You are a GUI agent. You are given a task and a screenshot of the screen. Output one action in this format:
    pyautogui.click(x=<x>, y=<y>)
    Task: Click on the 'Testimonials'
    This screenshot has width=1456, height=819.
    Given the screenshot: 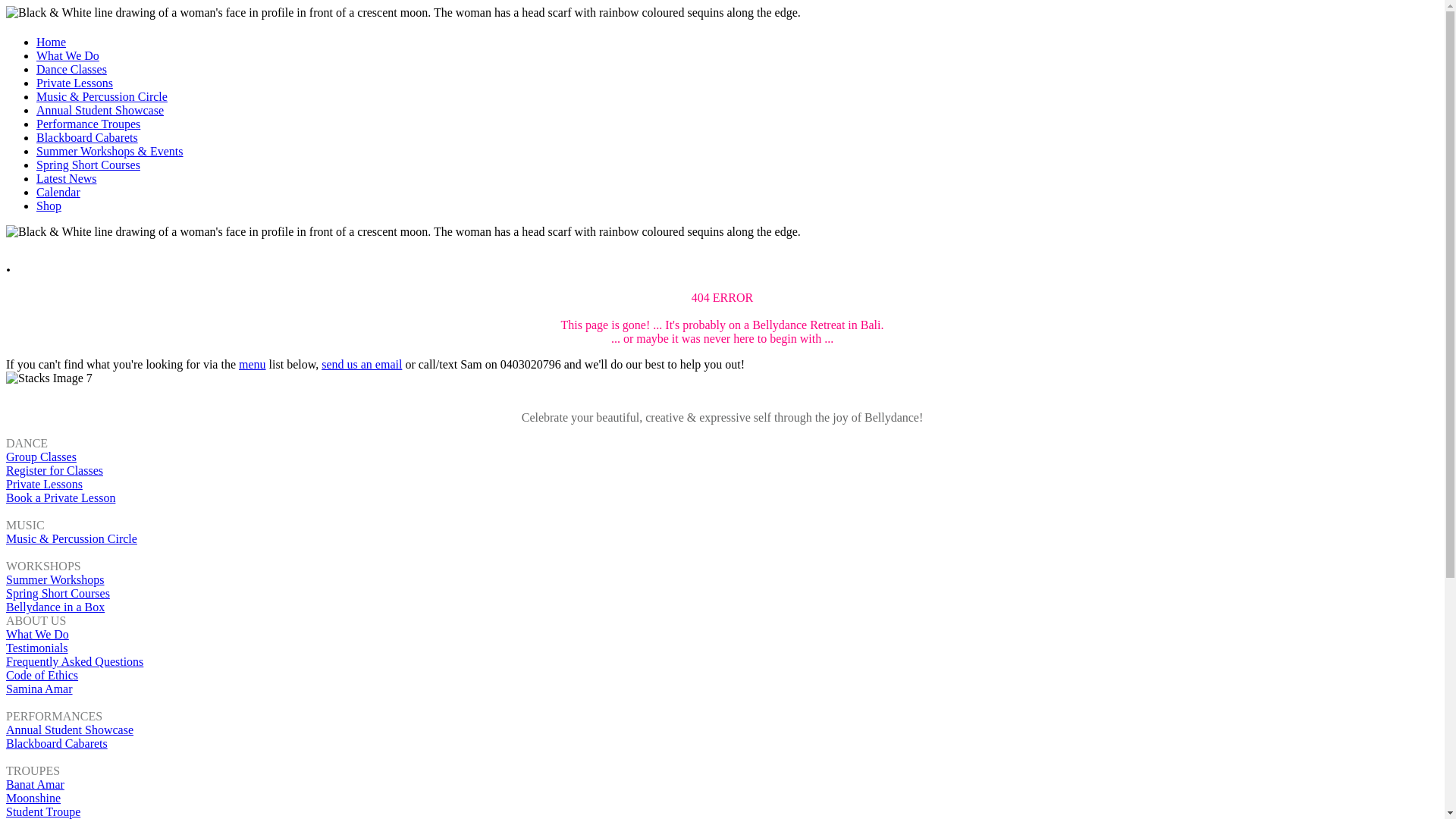 What is the action you would take?
    pyautogui.click(x=36, y=648)
    